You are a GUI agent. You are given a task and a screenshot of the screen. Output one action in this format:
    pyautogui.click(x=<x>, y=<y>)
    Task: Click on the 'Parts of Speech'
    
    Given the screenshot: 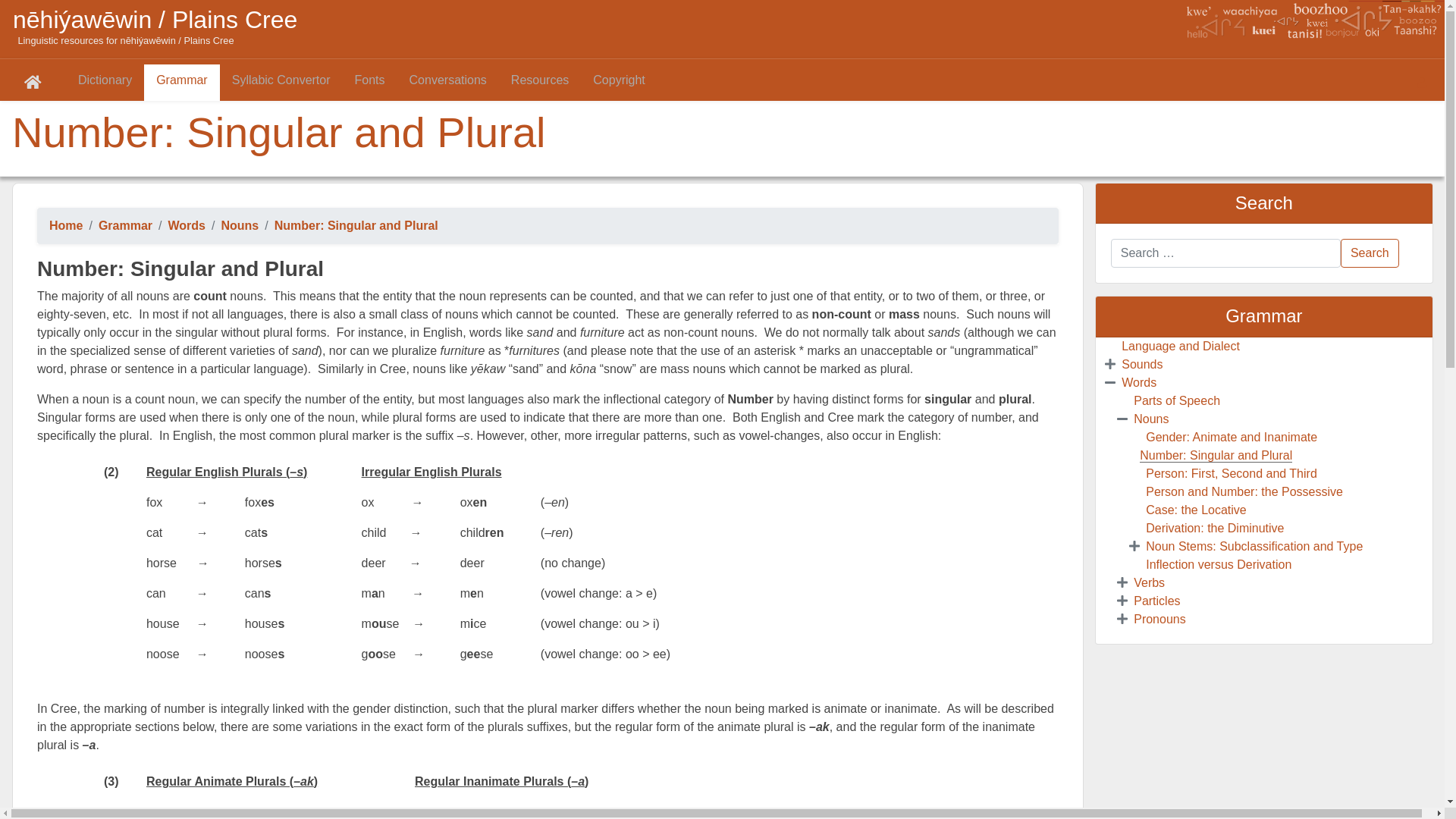 What is the action you would take?
    pyautogui.click(x=1175, y=400)
    